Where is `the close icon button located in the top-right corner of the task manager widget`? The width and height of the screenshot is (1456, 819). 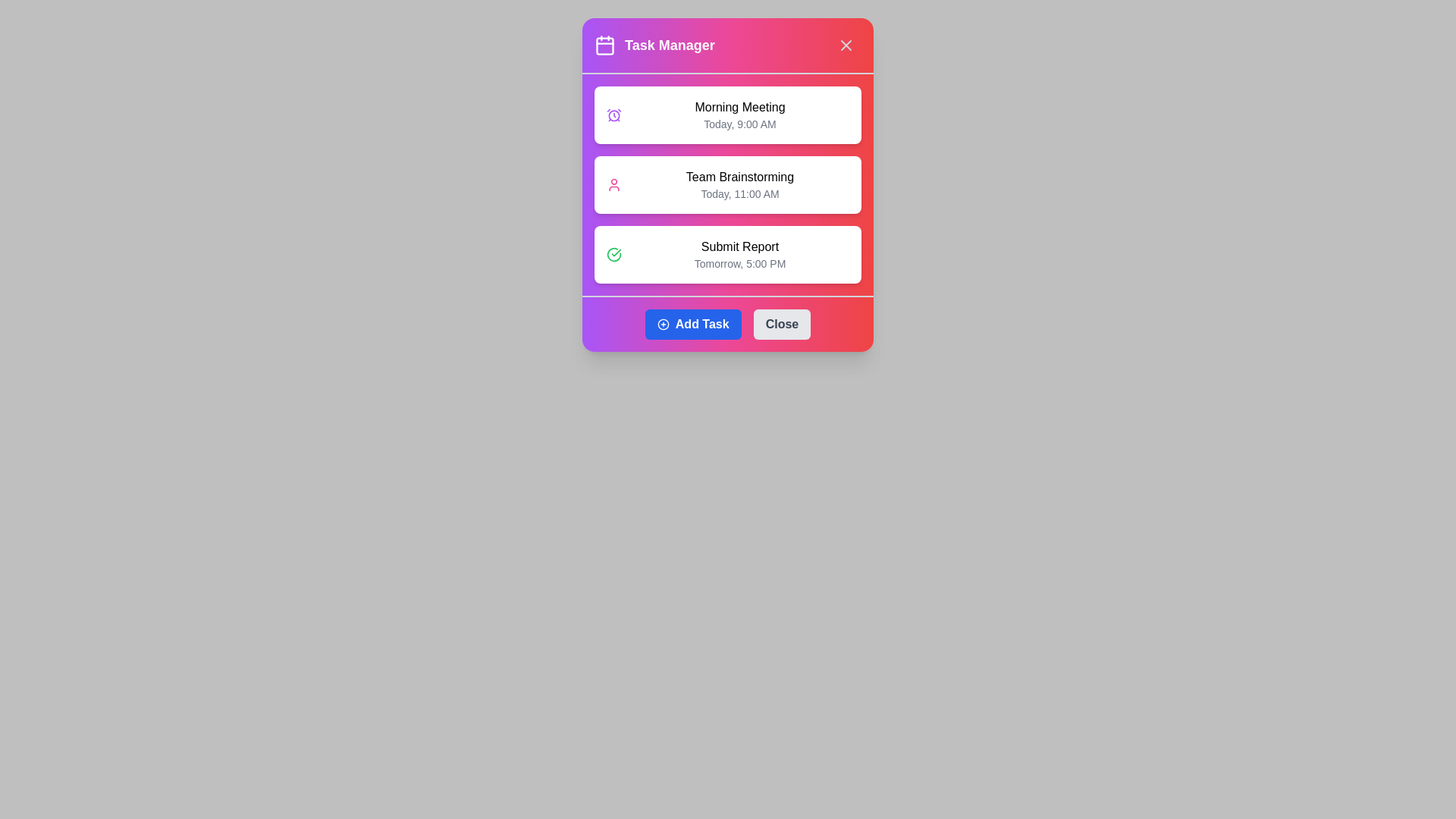 the close icon button located in the top-right corner of the task manager widget is located at coordinates (846, 45).